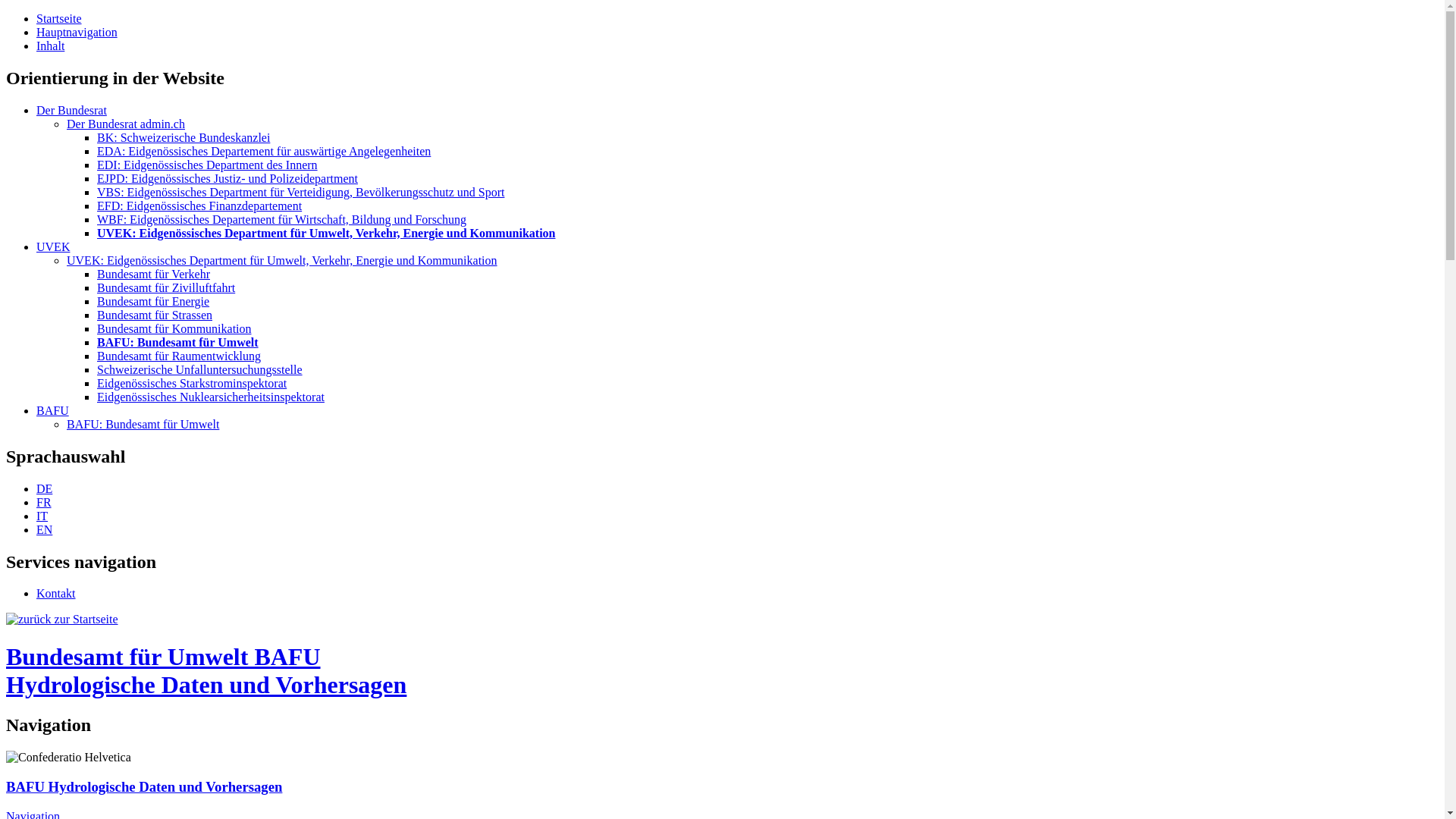  What do you see at coordinates (42, 515) in the screenshot?
I see `'IT'` at bounding box center [42, 515].